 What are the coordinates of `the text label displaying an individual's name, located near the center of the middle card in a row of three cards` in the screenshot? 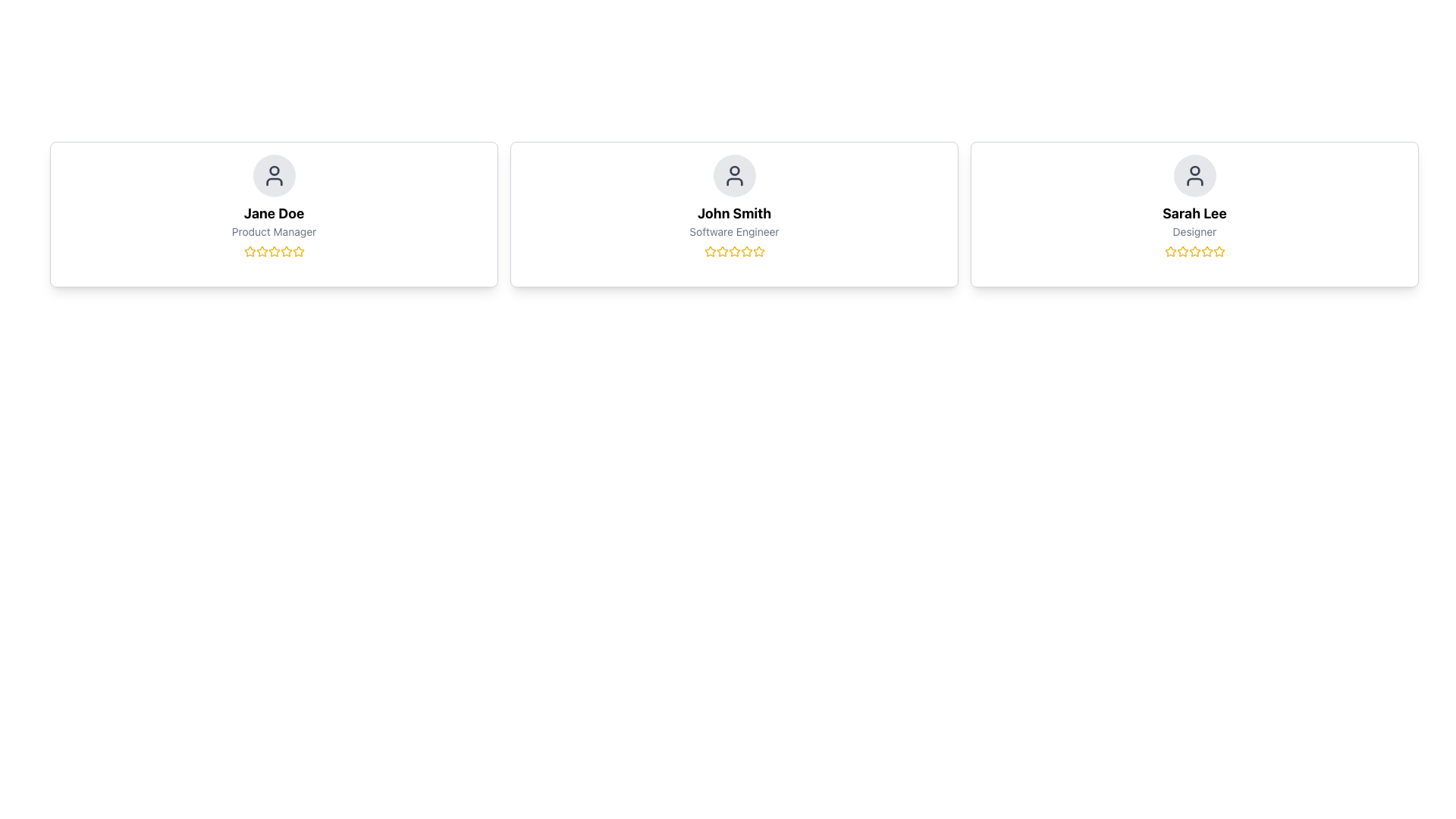 It's located at (734, 213).